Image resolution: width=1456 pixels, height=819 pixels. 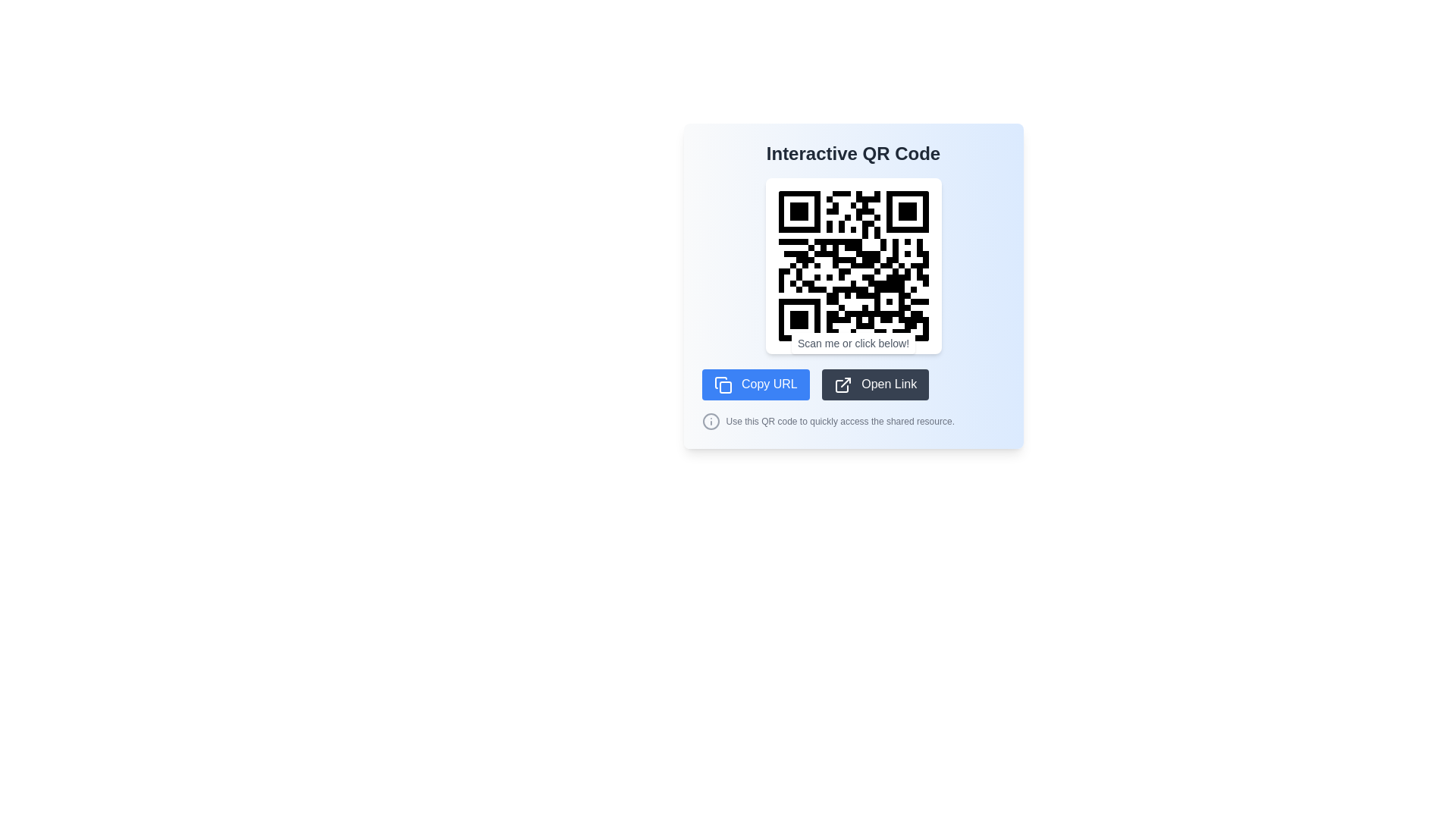 I want to click on the text label or heading that serves as a header for the QR code section, which is positioned at the top center above the QR code component, so click(x=853, y=154).